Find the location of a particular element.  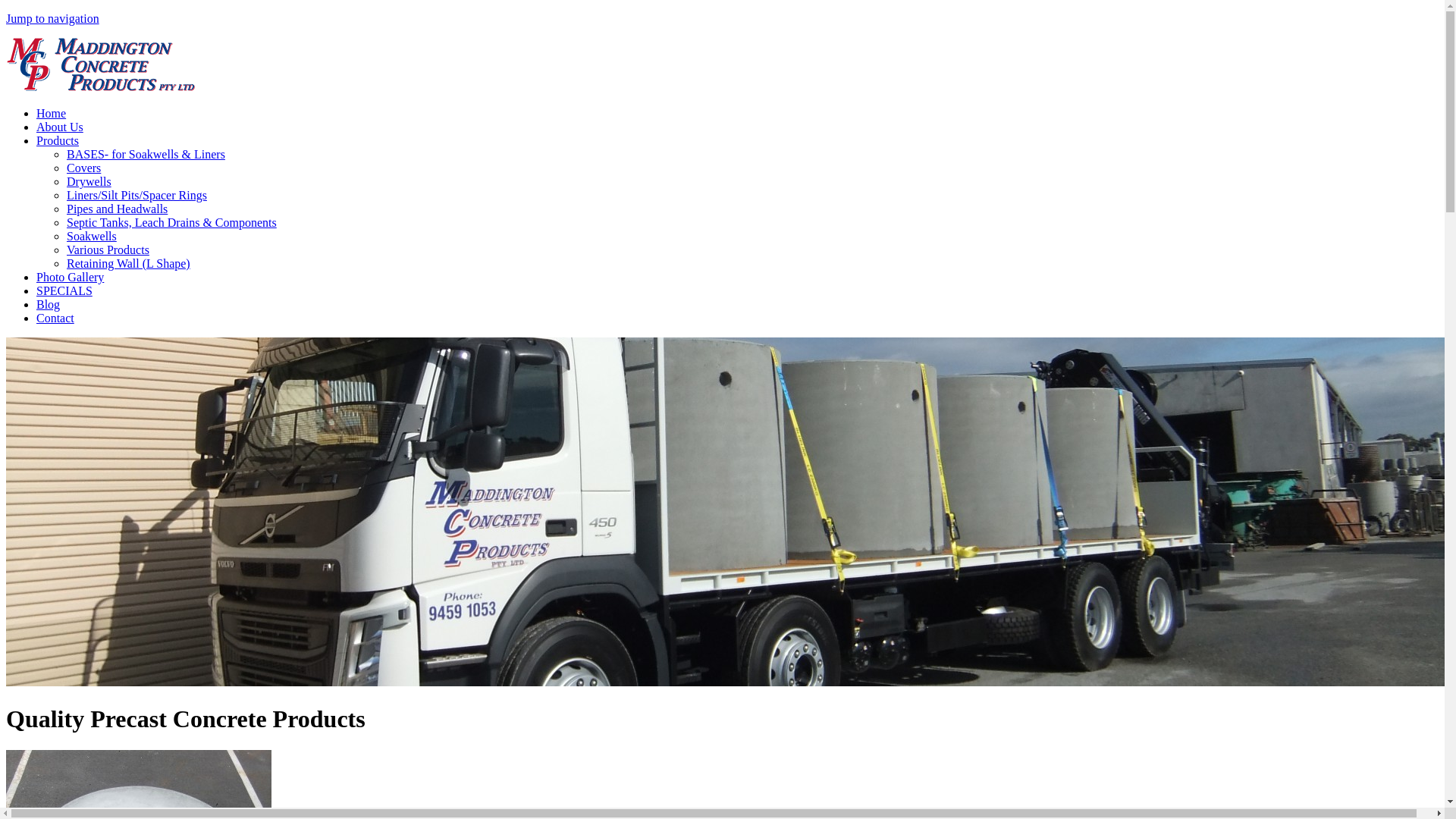

'About Us' is located at coordinates (36, 126).